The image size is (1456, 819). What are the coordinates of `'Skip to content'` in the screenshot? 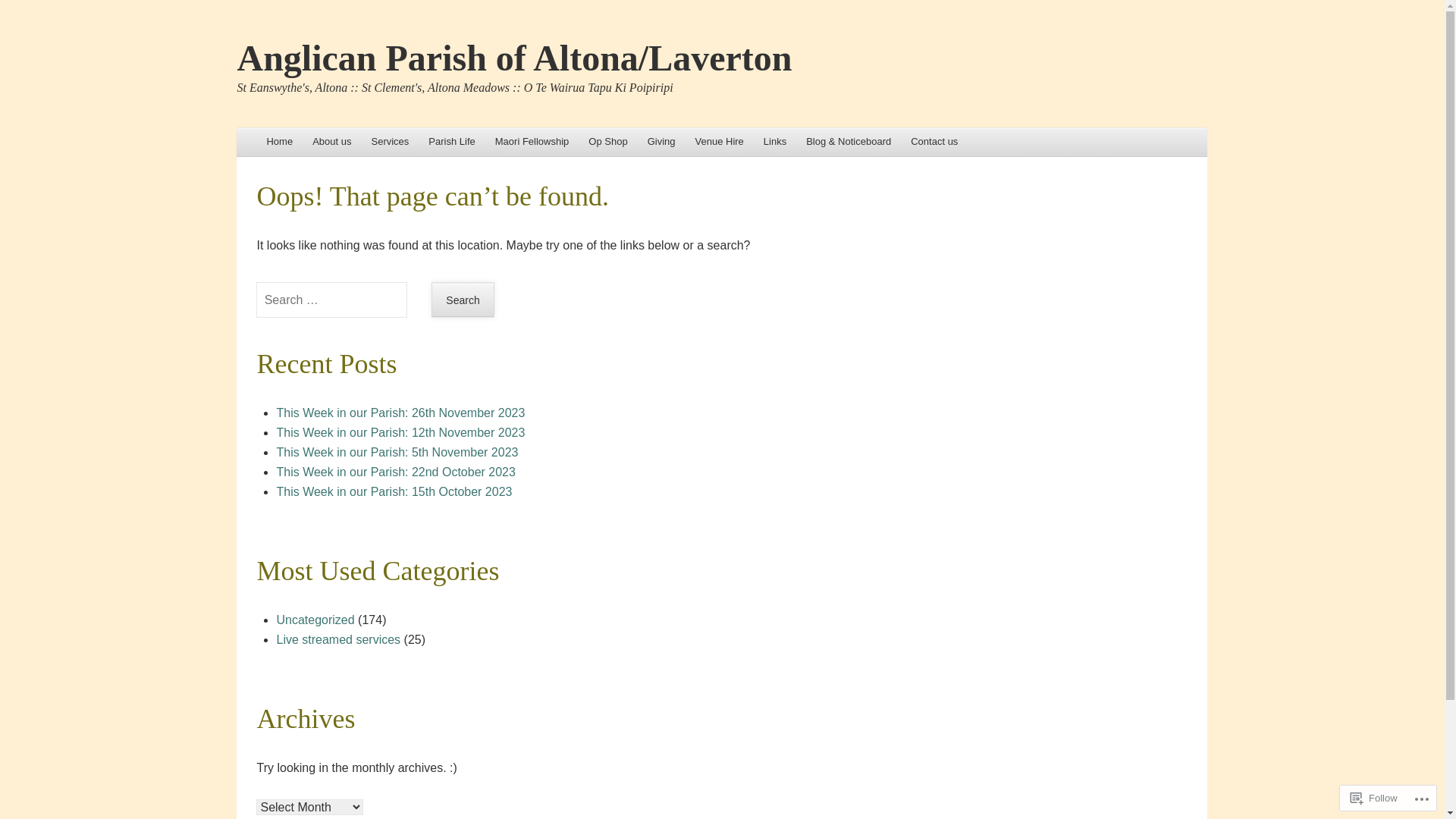 It's located at (279, 142).